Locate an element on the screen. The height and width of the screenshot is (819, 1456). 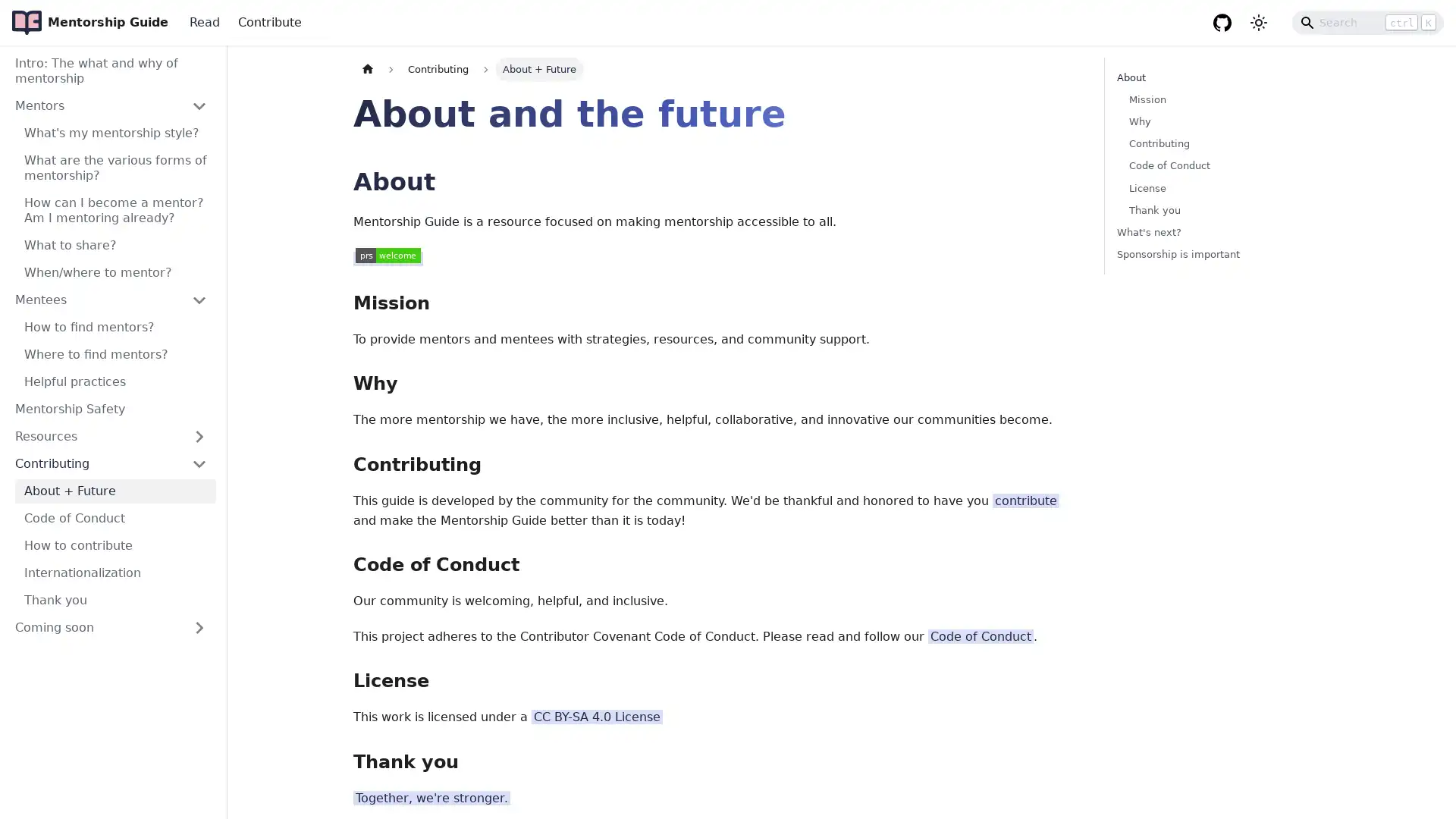
Toggle the collapsible sidebar category 'Resources' is located at coordinates (199, 436).